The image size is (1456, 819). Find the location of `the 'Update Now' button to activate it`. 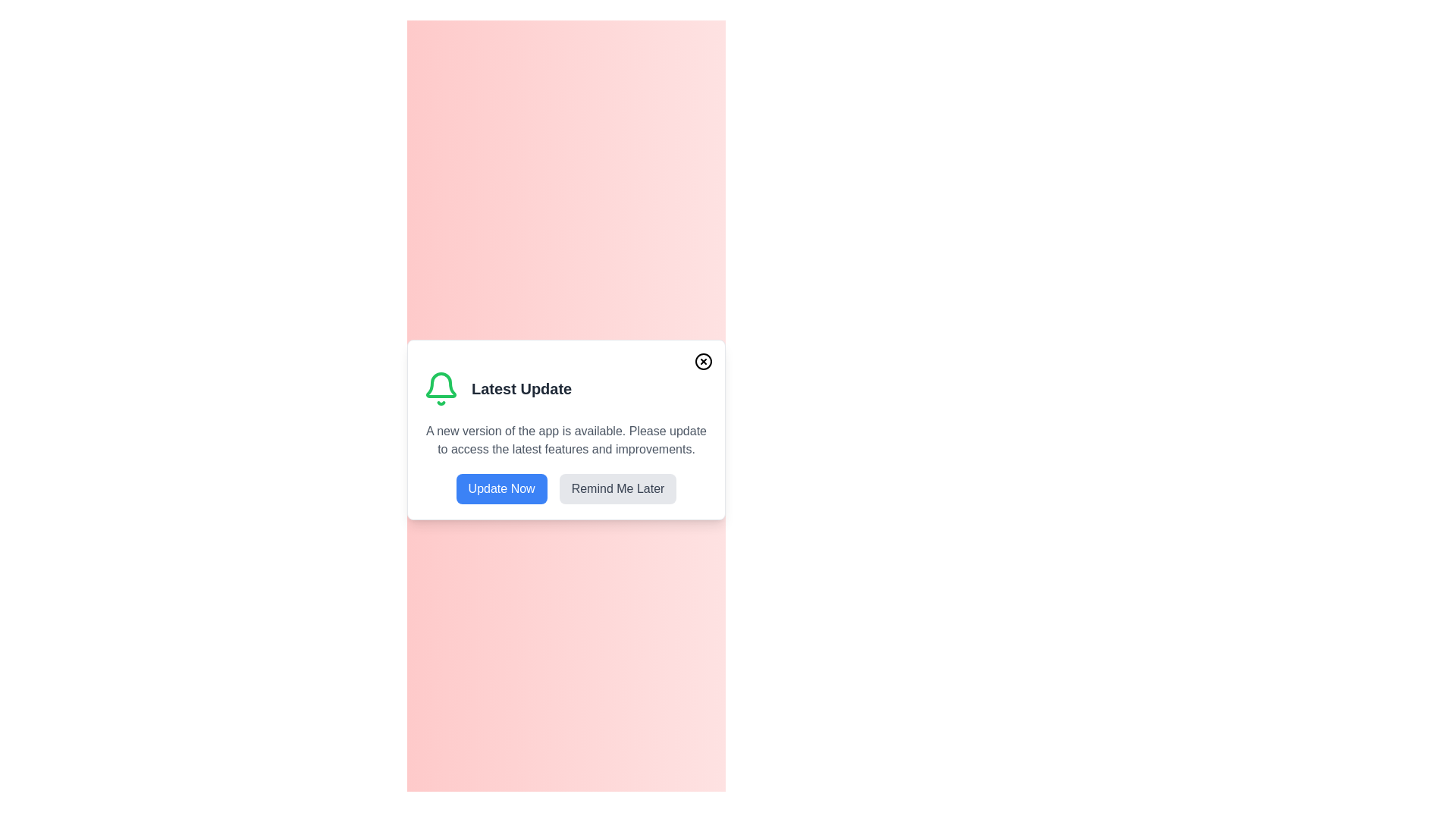

the 'Update Now' button to activate it is located at coordinates (501, 488).